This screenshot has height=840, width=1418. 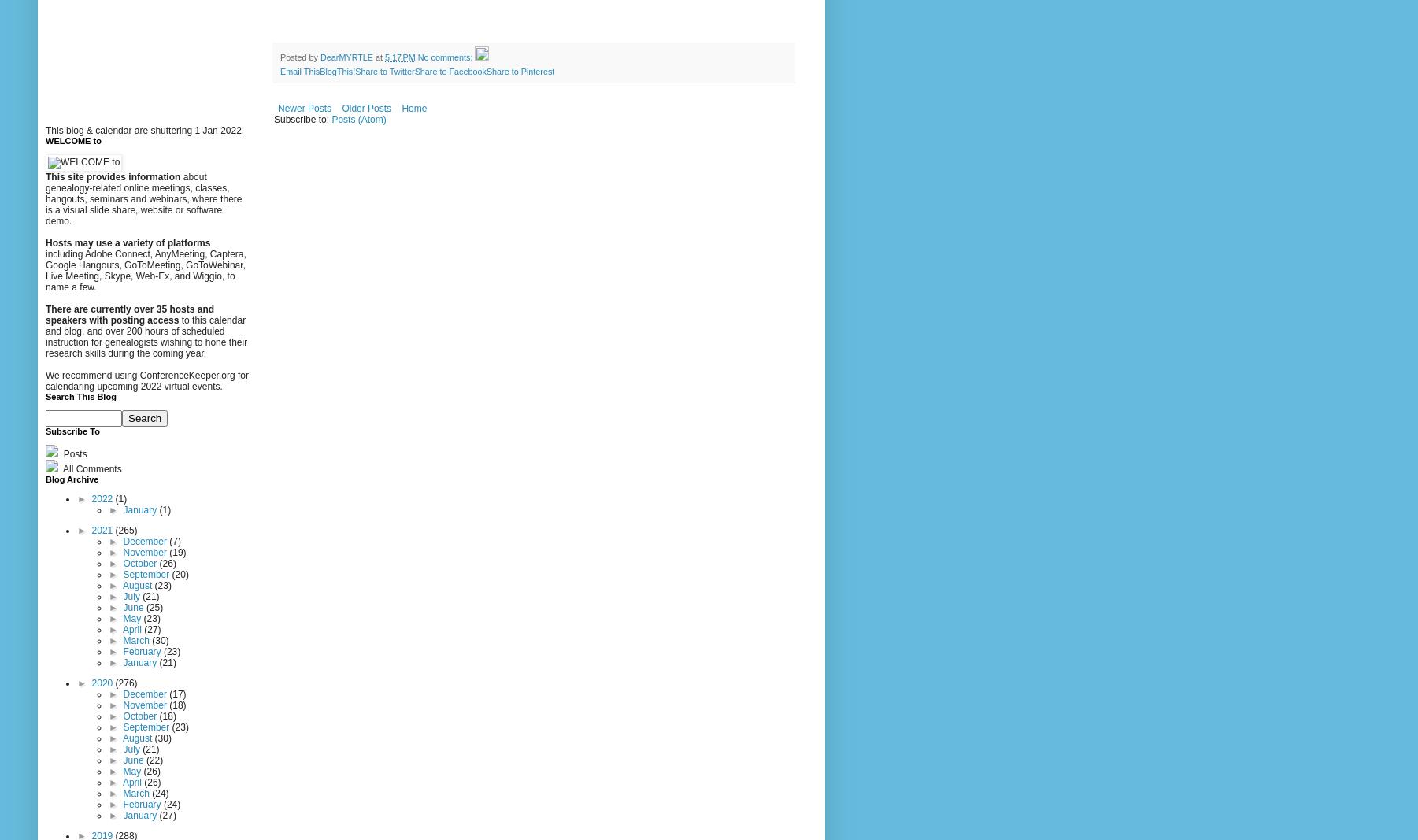 I want to click on '(22)', so click(x=154, y=759).